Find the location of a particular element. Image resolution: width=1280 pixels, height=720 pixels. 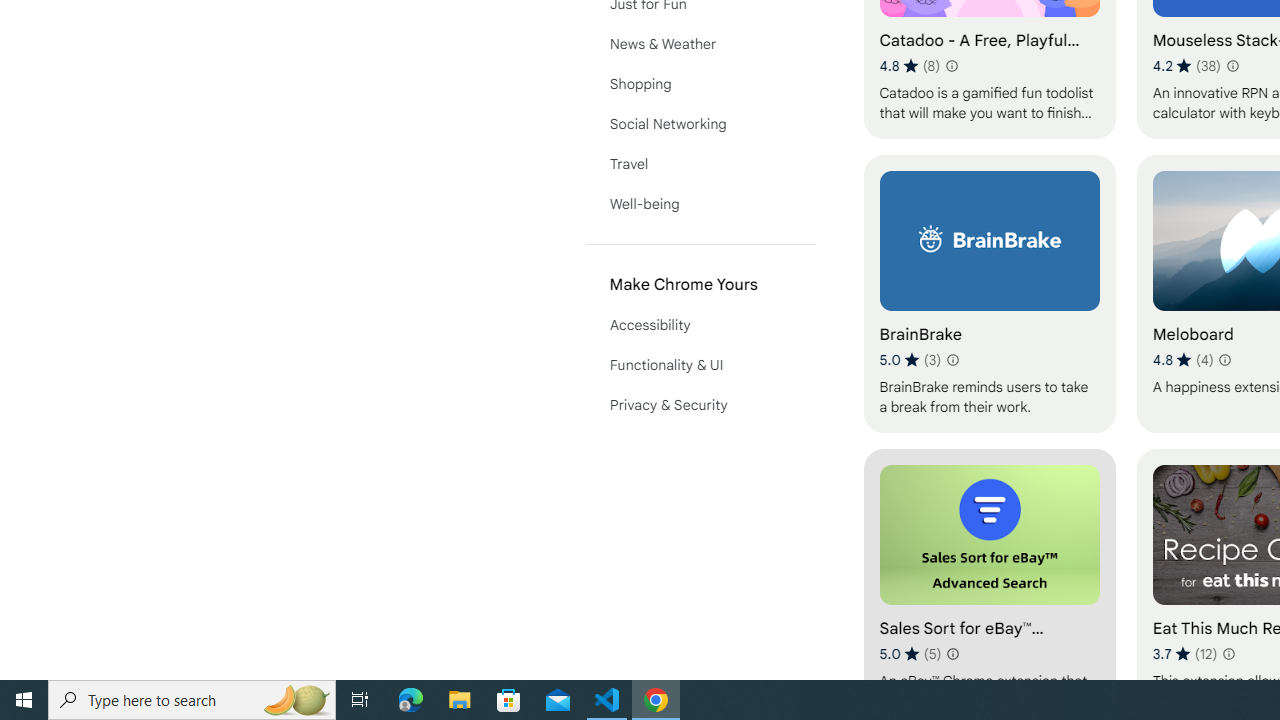

'Social Networking' is located at coordinates (700, 123).